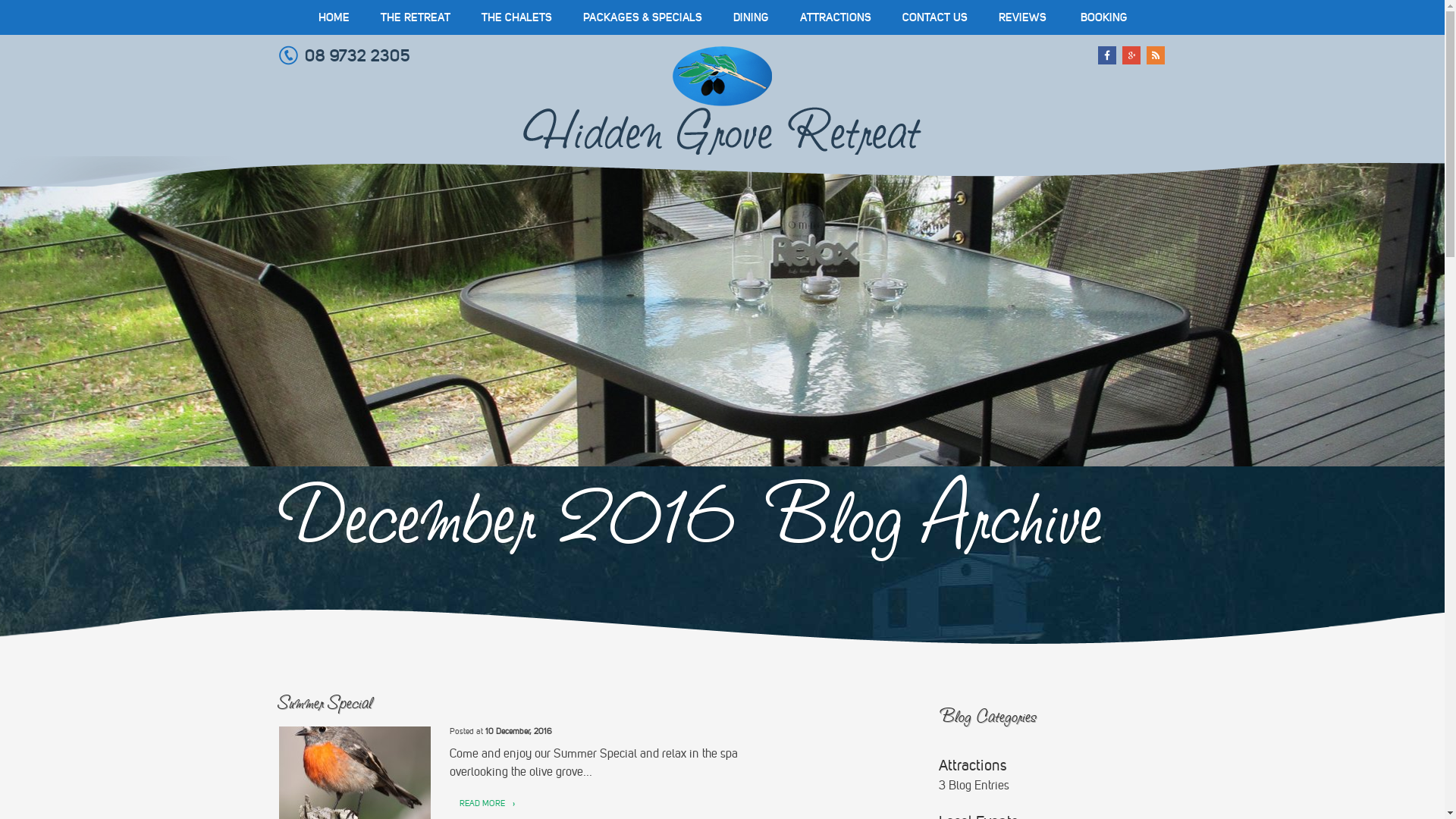 The width and height of the screenshot is (1456, 819). Describe the element at coordinates (516, 17) in the screenshot. I see `'THE CHALETS'` at that location.